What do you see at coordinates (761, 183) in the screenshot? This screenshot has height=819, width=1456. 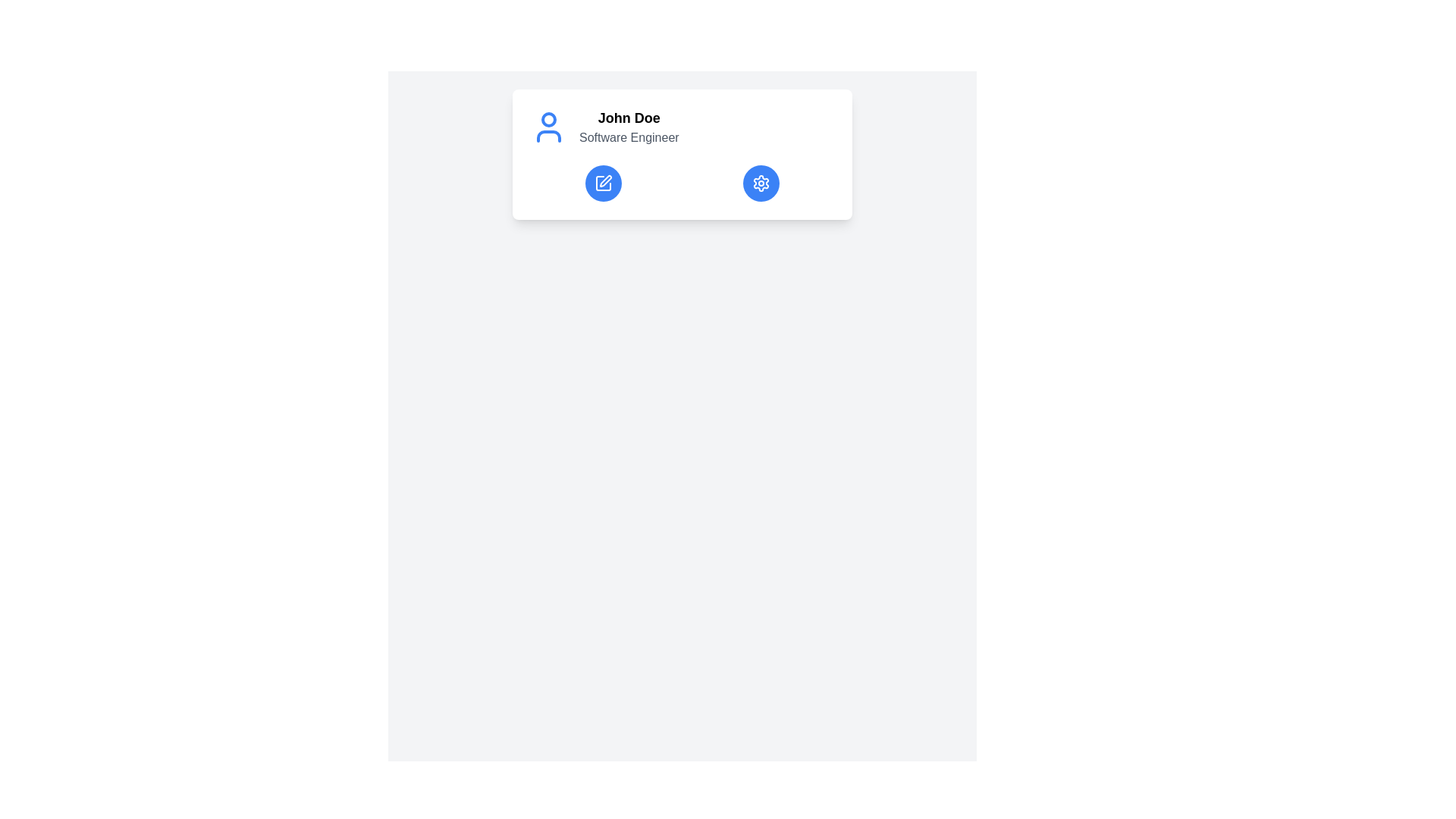 I see `the settings button with a gear icon located at the bottom-right of the card element` at bounding box center [761, 183].